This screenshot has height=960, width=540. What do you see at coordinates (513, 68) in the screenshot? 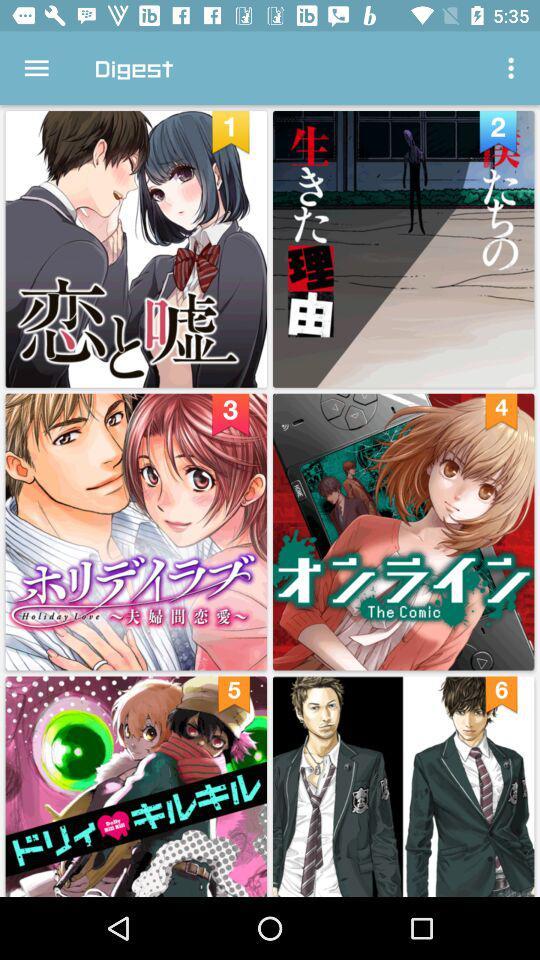
I see `the item next to the digest item` at bounding box center [513, 68].